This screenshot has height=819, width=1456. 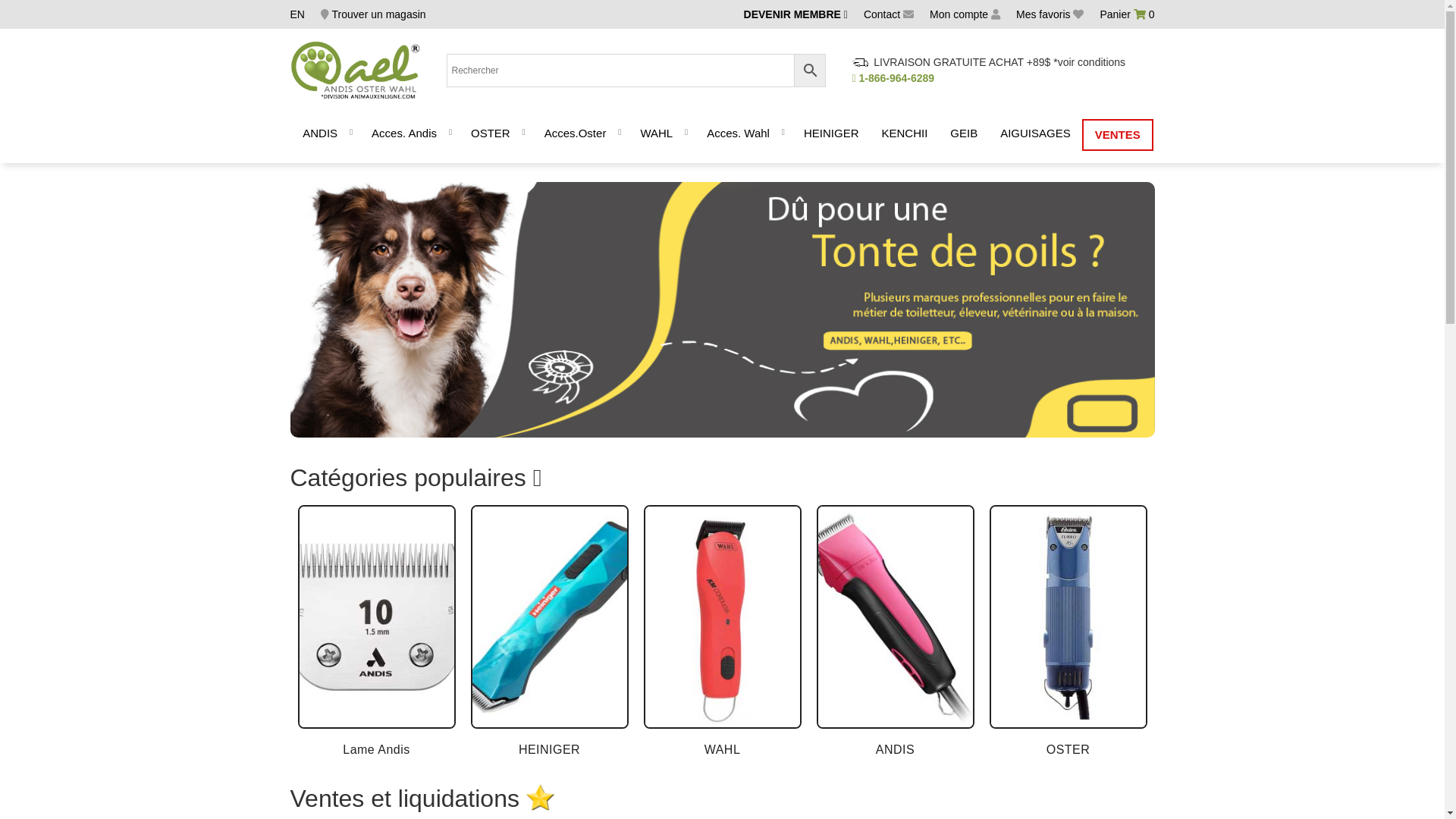 What do you see at coordinates (928, 14) in the screenshot?
I see `'Mon compte'` at bounding box center [928, 14].